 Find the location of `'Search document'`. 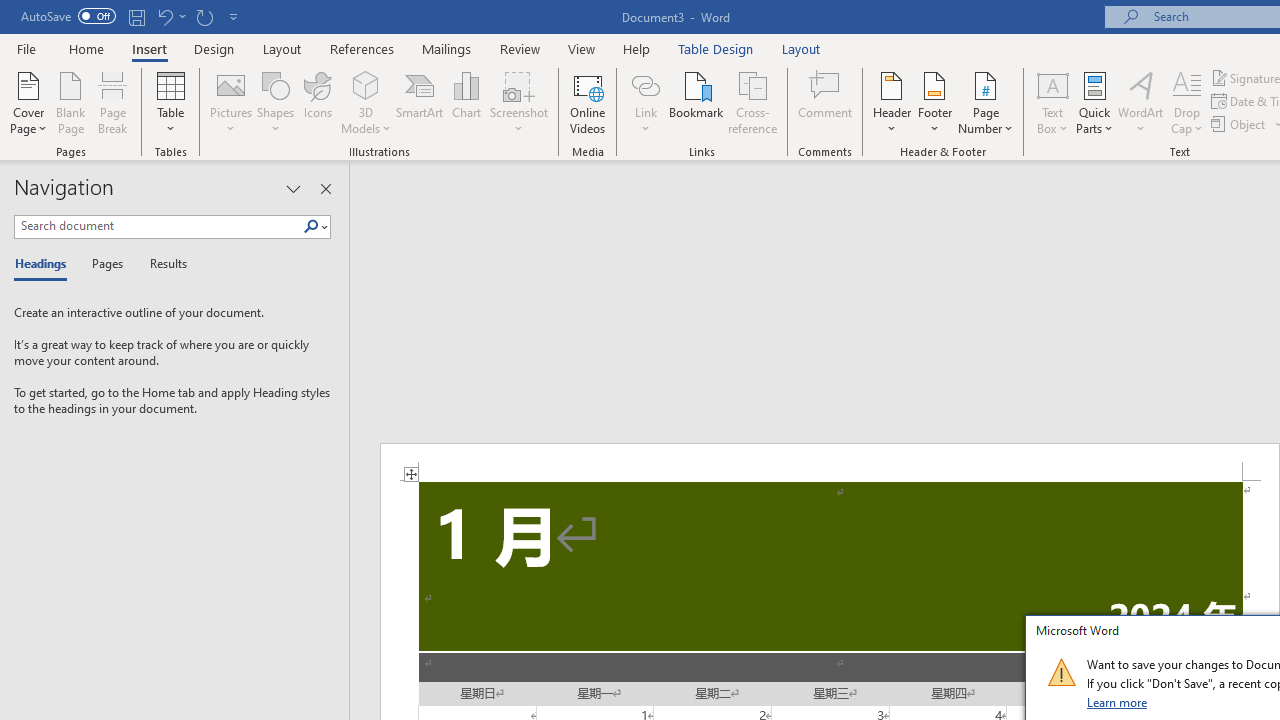

'Search document' is located at coordinates (157, 225).